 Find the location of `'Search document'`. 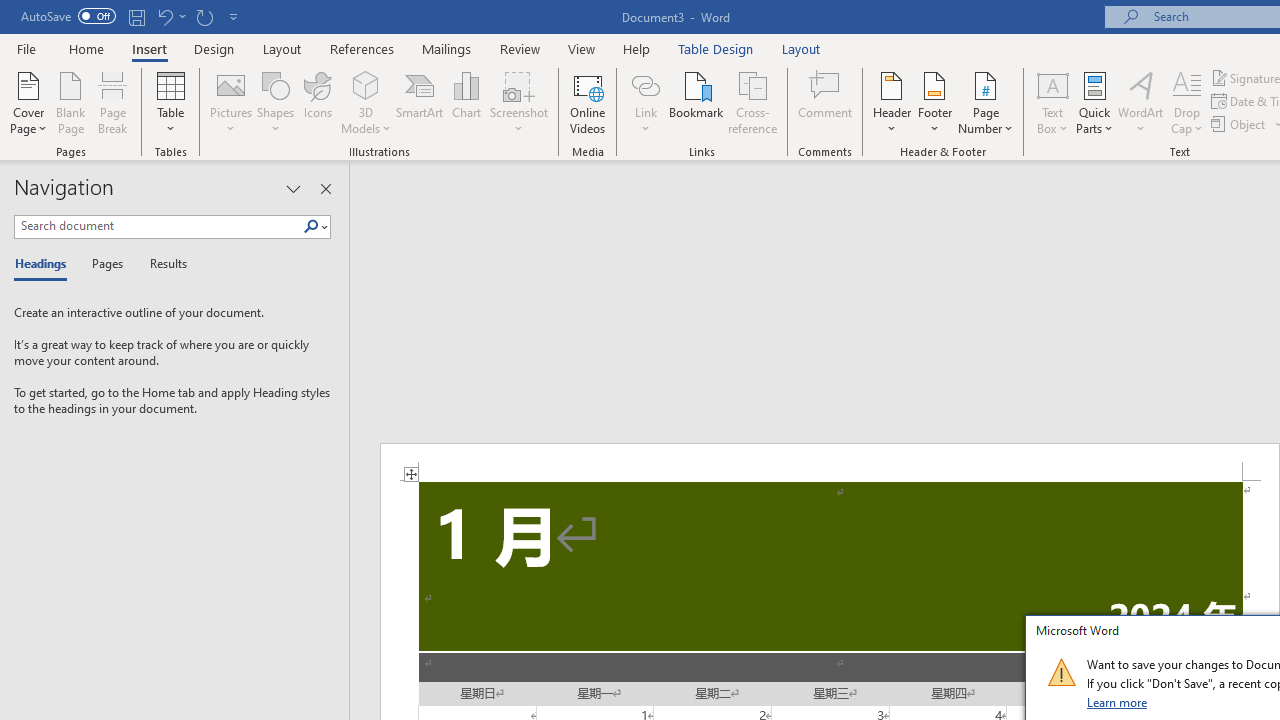

'Search document' is located at coordinates (157, 225).